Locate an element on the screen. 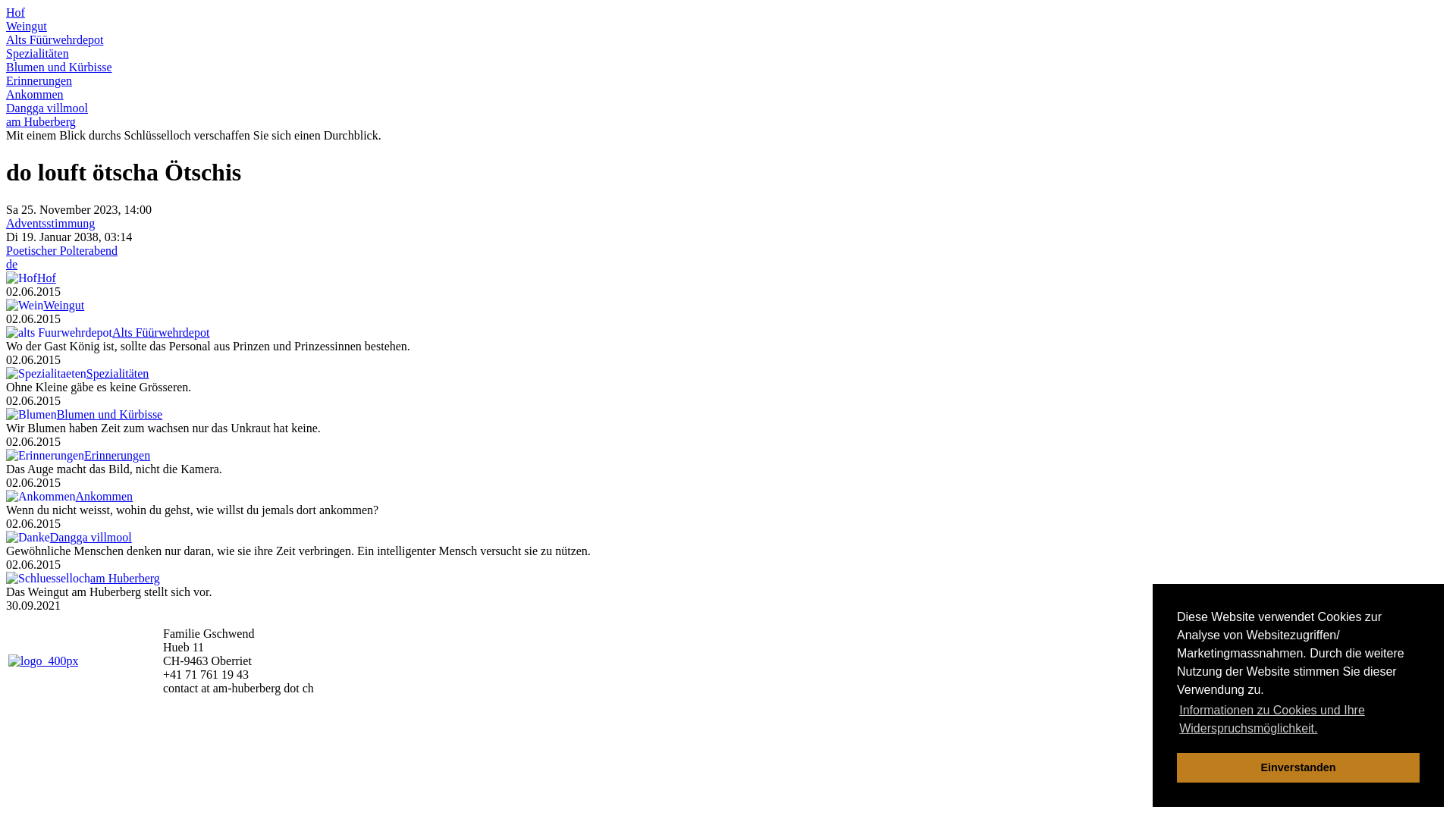 This screenshot has width=1456, height=819. 'Danke' is located at coordinates (28, 537).